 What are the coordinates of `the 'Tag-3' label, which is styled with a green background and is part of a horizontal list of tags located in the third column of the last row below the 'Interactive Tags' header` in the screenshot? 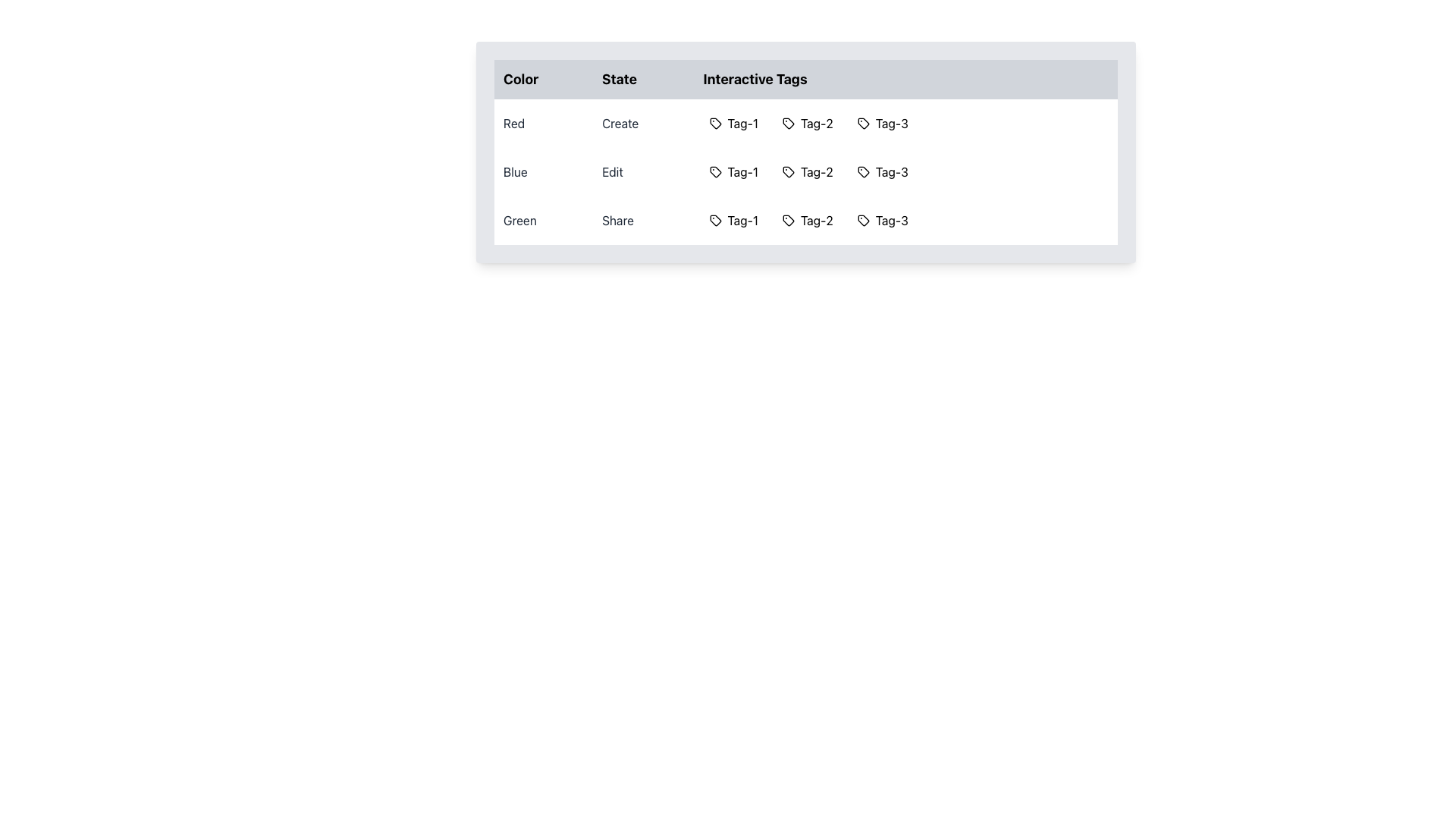 It's located at (905, 220).